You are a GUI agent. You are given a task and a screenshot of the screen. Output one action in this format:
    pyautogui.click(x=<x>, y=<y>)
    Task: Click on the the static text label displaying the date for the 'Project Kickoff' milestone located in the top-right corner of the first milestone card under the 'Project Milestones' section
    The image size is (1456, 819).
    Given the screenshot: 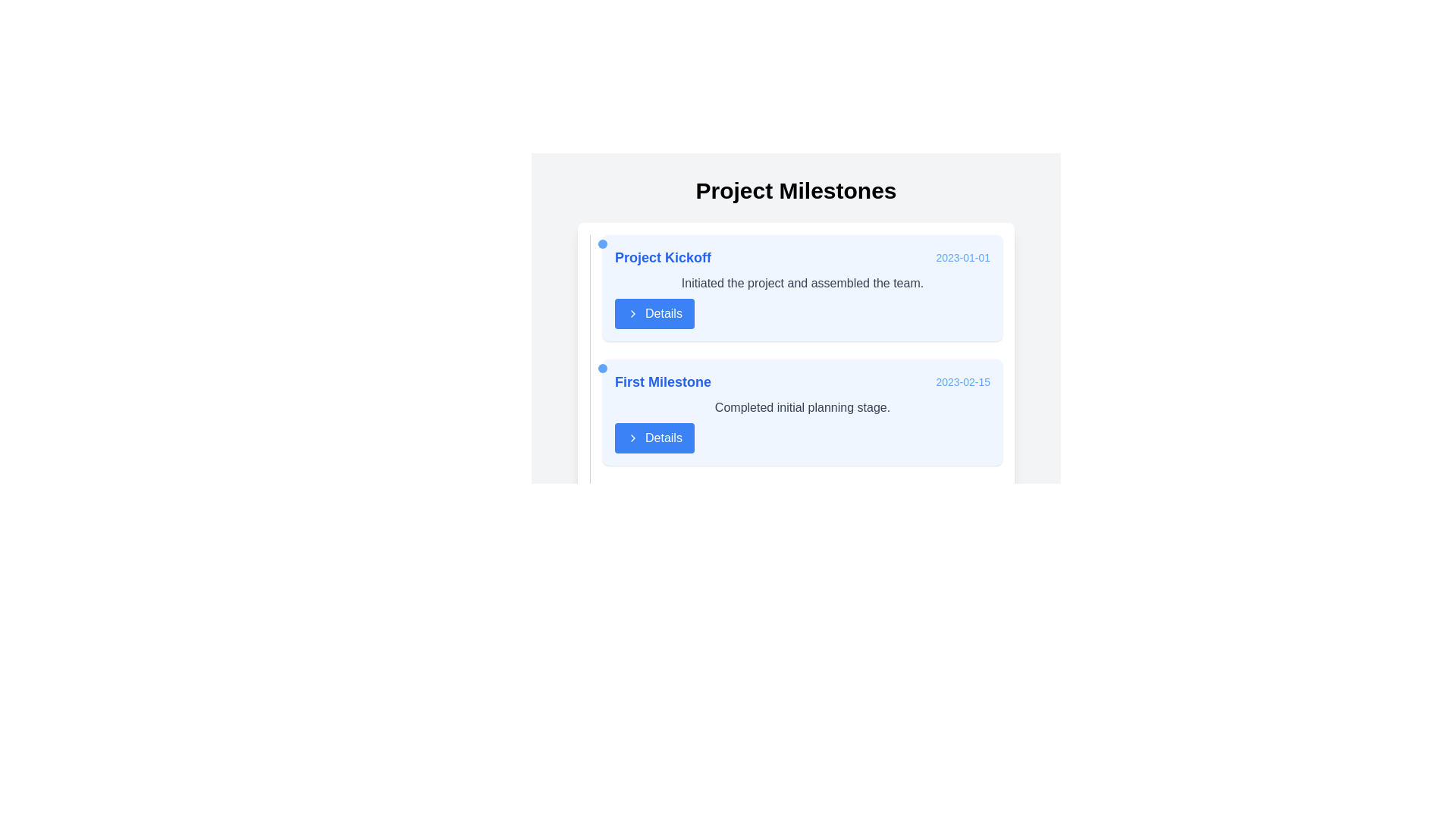 What is the action you would take?
    pyautogui.click(x=962, y=256)
    